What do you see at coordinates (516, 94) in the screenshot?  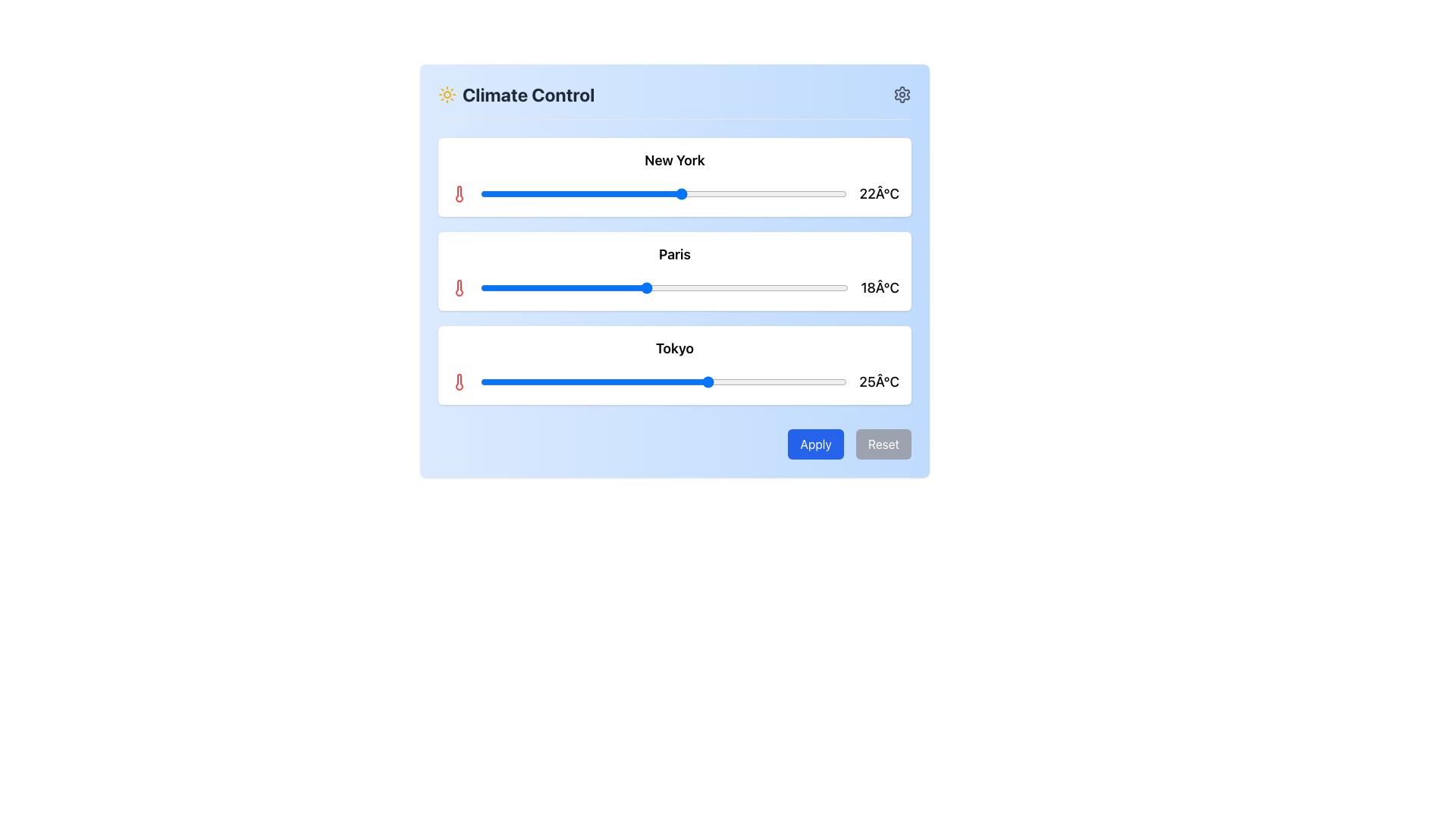 I see `the 'Climate Control' Text Label which serves as a descriptive header for climate control settings located in the top-left section of the header bar` at bounding box center [516, 94].